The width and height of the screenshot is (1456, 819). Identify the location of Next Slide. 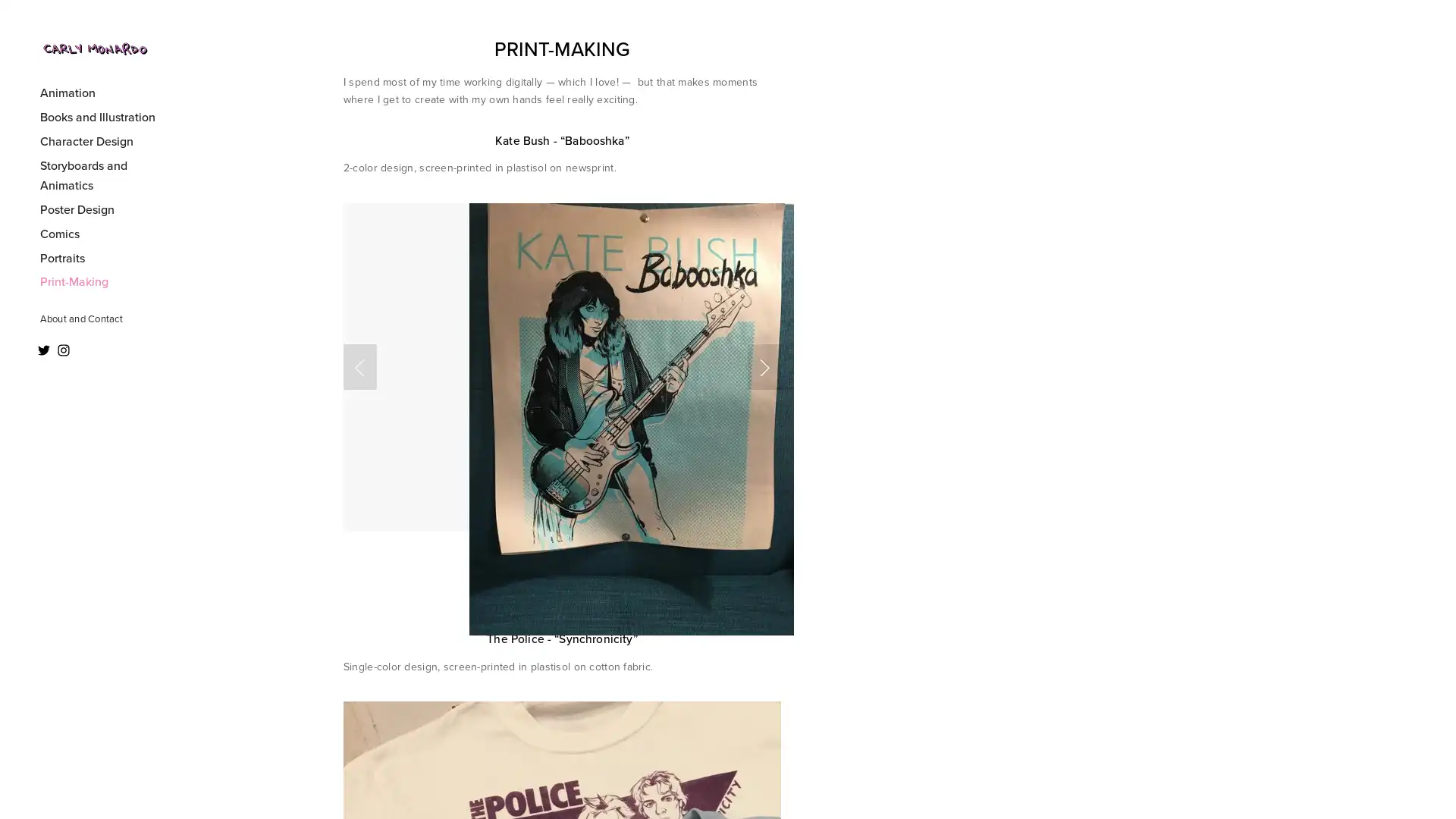
(764, 366).